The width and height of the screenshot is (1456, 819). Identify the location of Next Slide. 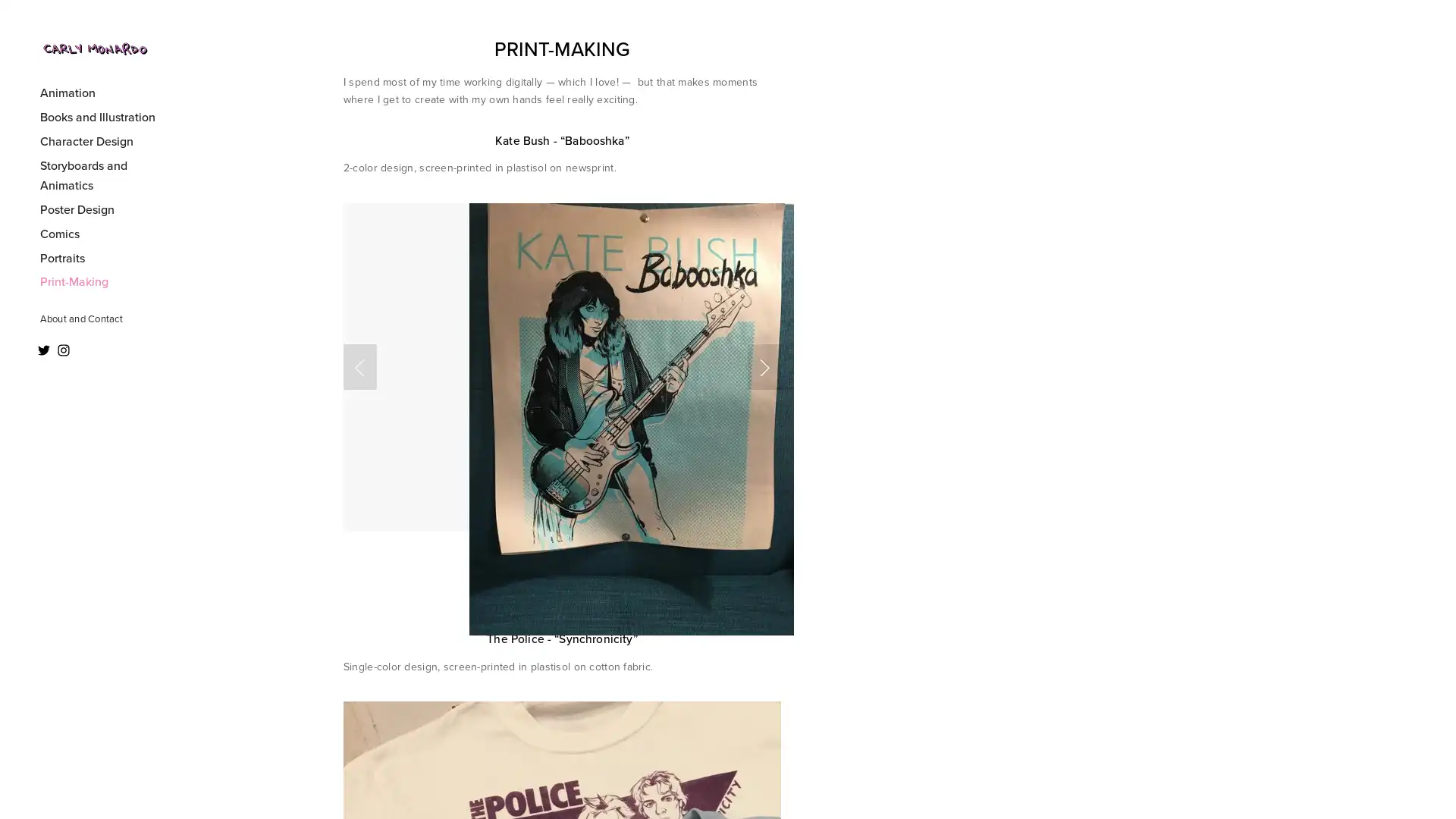
(764, 366).